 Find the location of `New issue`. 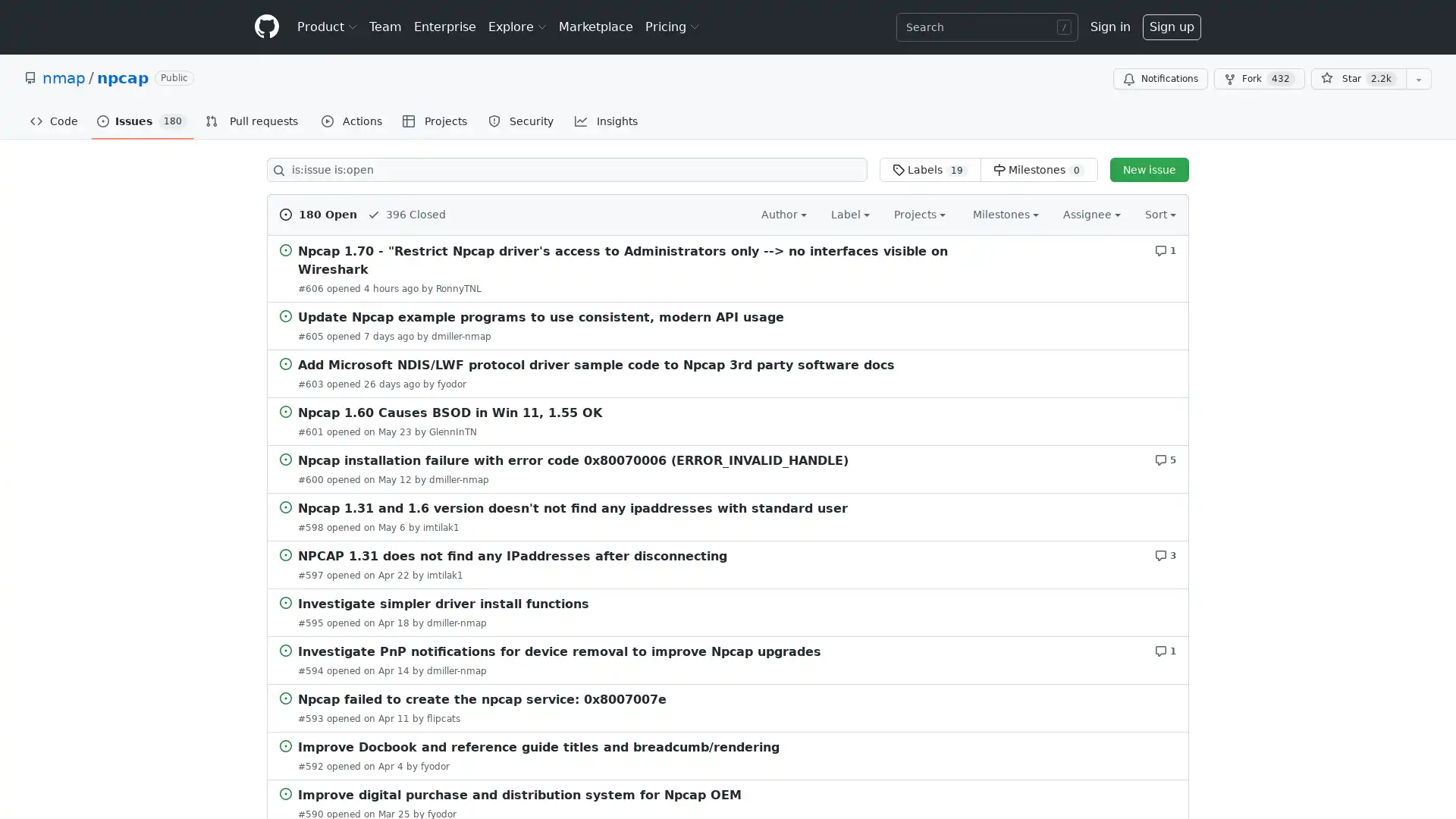

New issue is located at coordinates (1150, 169).